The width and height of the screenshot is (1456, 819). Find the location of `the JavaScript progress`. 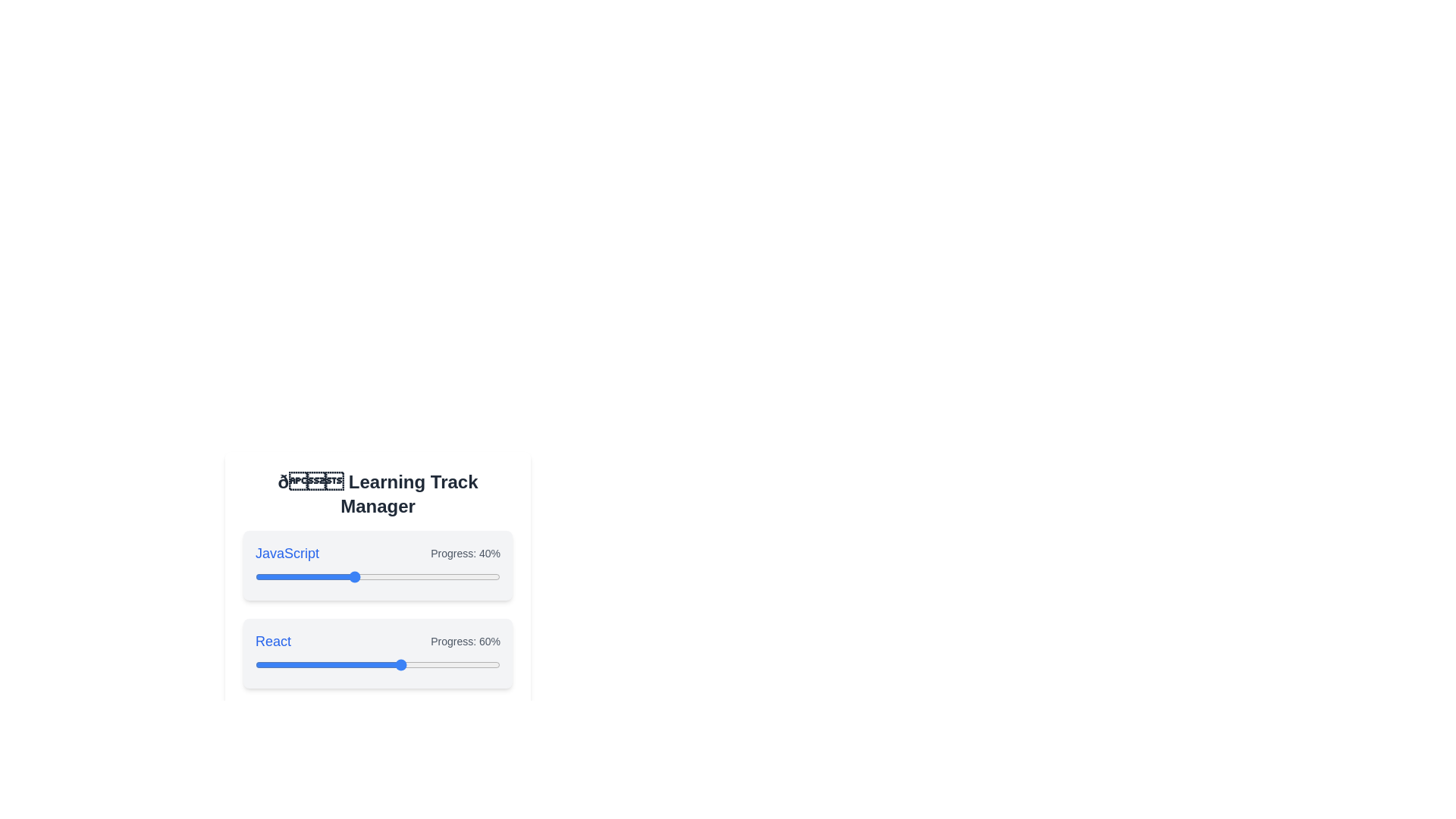

the JavaScript progress is located at coordinates (404, 576).